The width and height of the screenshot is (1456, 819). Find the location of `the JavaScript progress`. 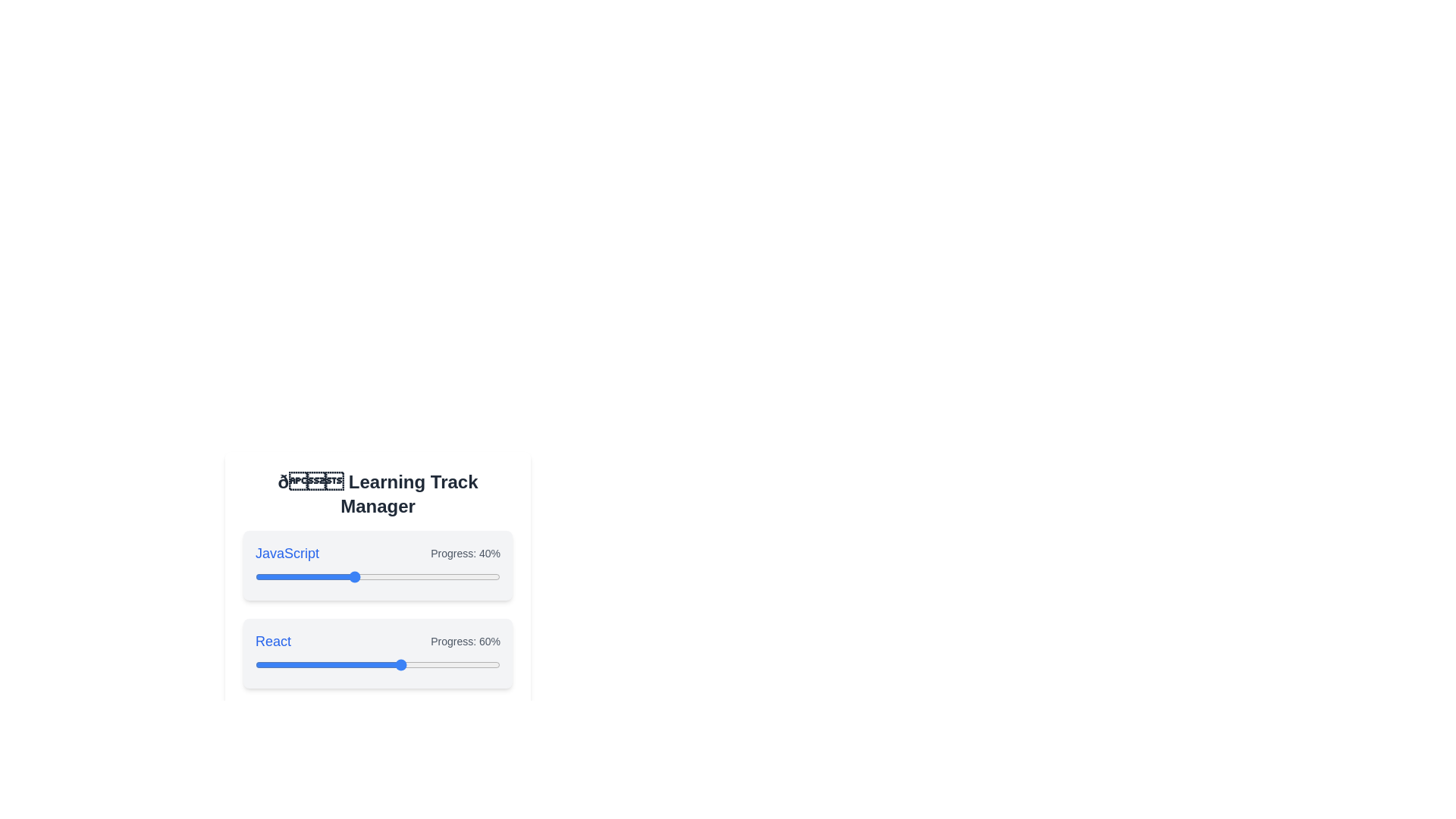

the JavaScript progress is located at coordinates (404, 576).